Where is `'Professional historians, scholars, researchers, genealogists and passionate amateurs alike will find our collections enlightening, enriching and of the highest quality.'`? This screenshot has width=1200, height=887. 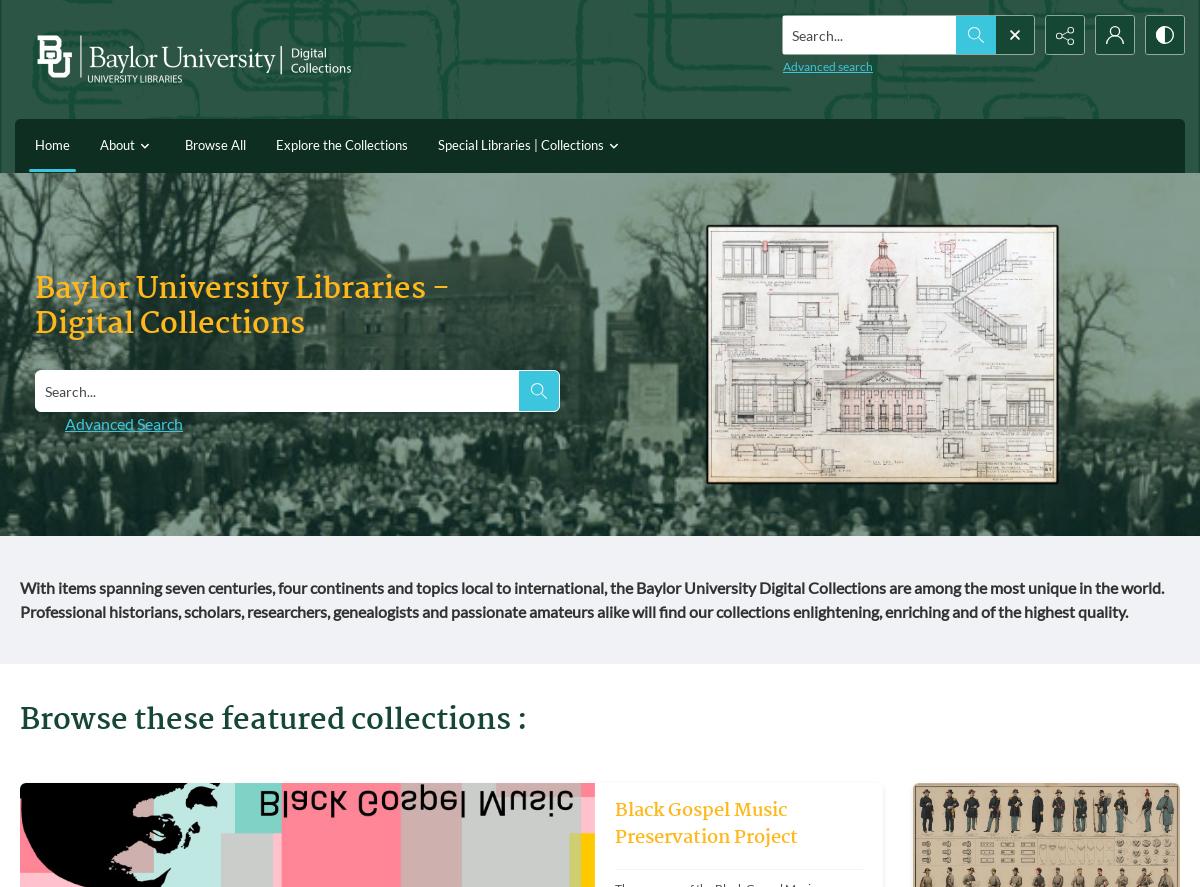
'Professional historians, scholars, researchers, genealogists and passionate amateurs alike will find our collections enlightening, enriching and of the highest quality.' is located at coordinates (572, 611).